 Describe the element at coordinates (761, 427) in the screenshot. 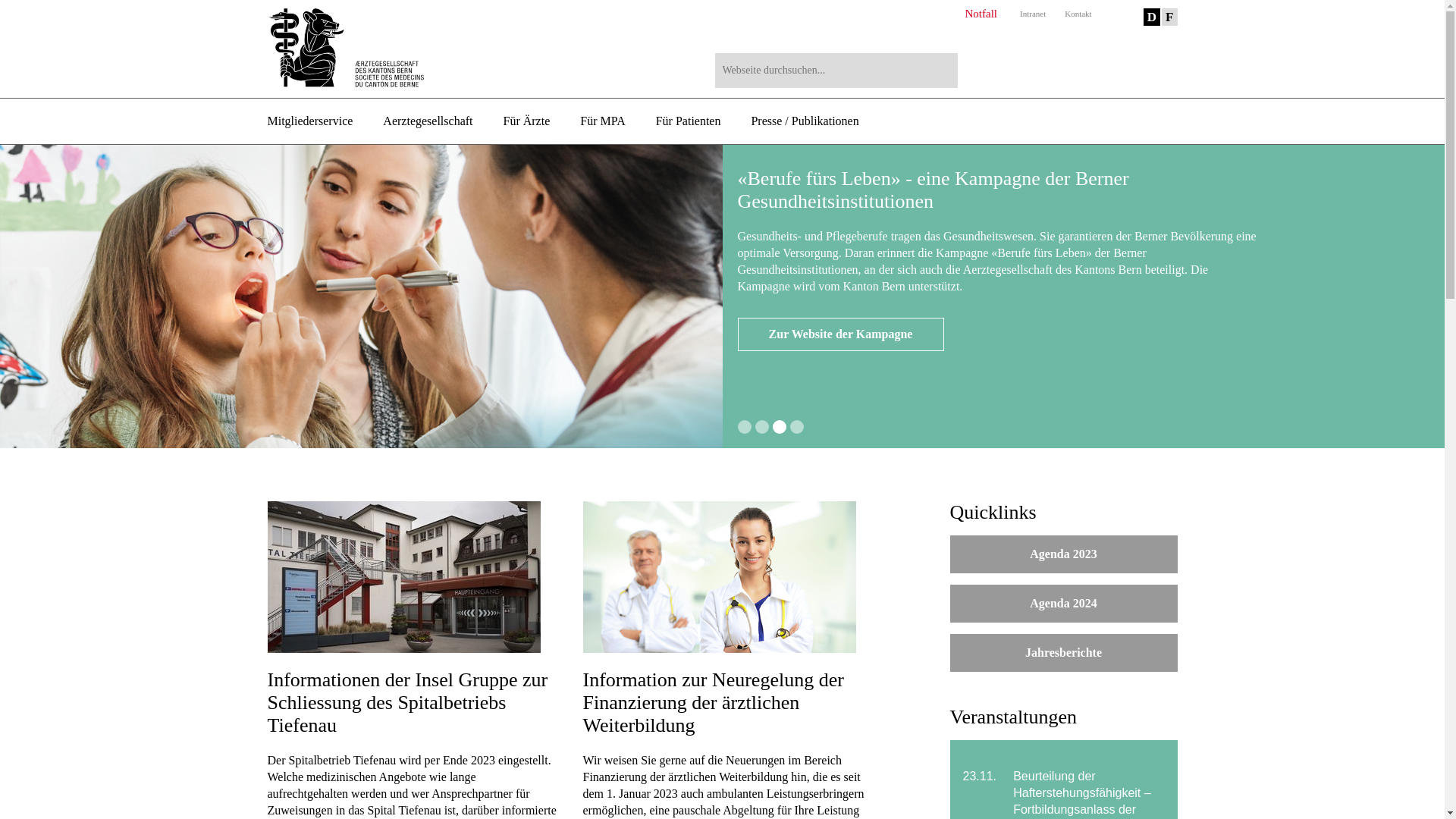

I see `'2'` at that location.